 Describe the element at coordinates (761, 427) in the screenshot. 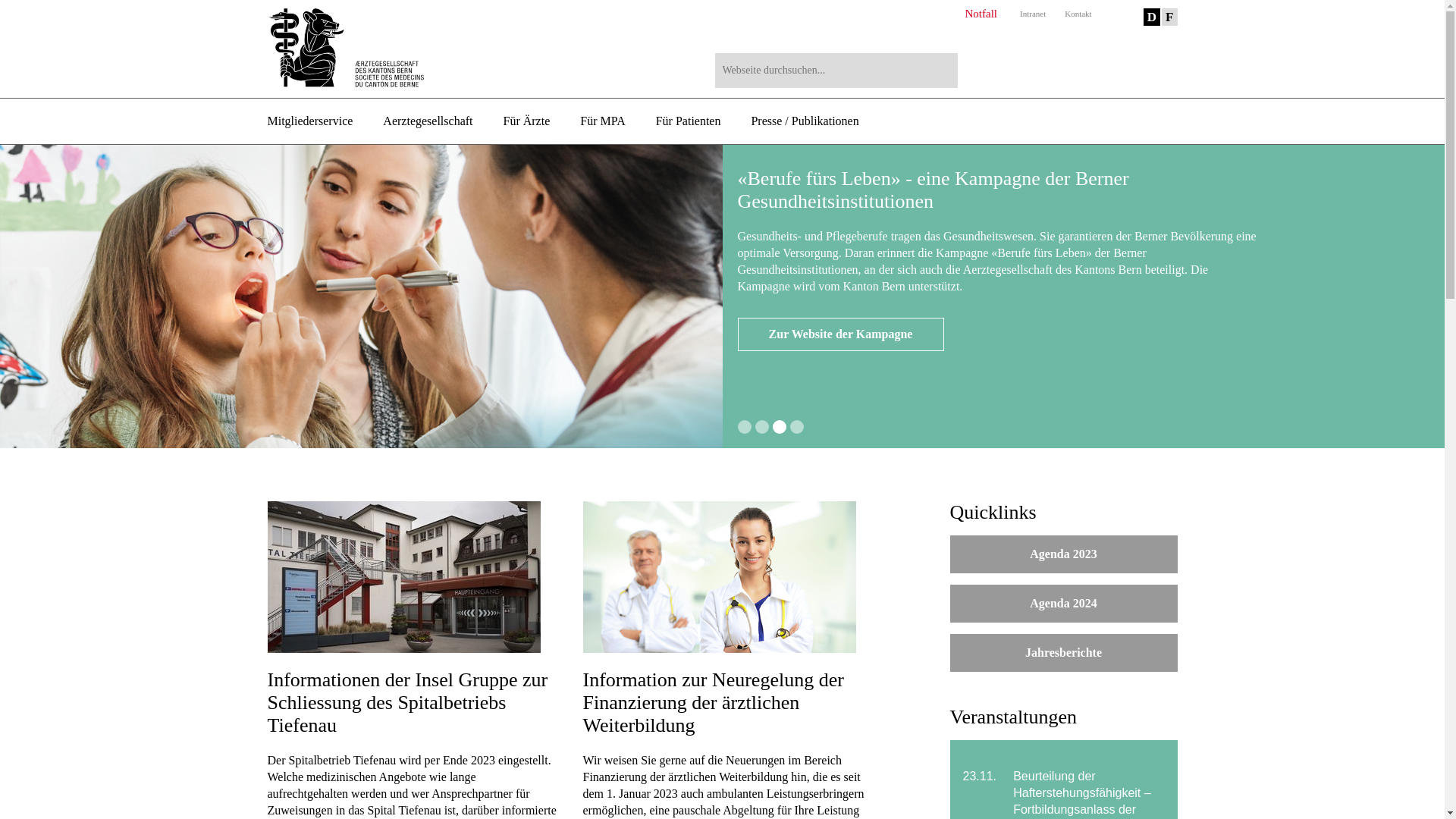

I see `'2'` at that location.